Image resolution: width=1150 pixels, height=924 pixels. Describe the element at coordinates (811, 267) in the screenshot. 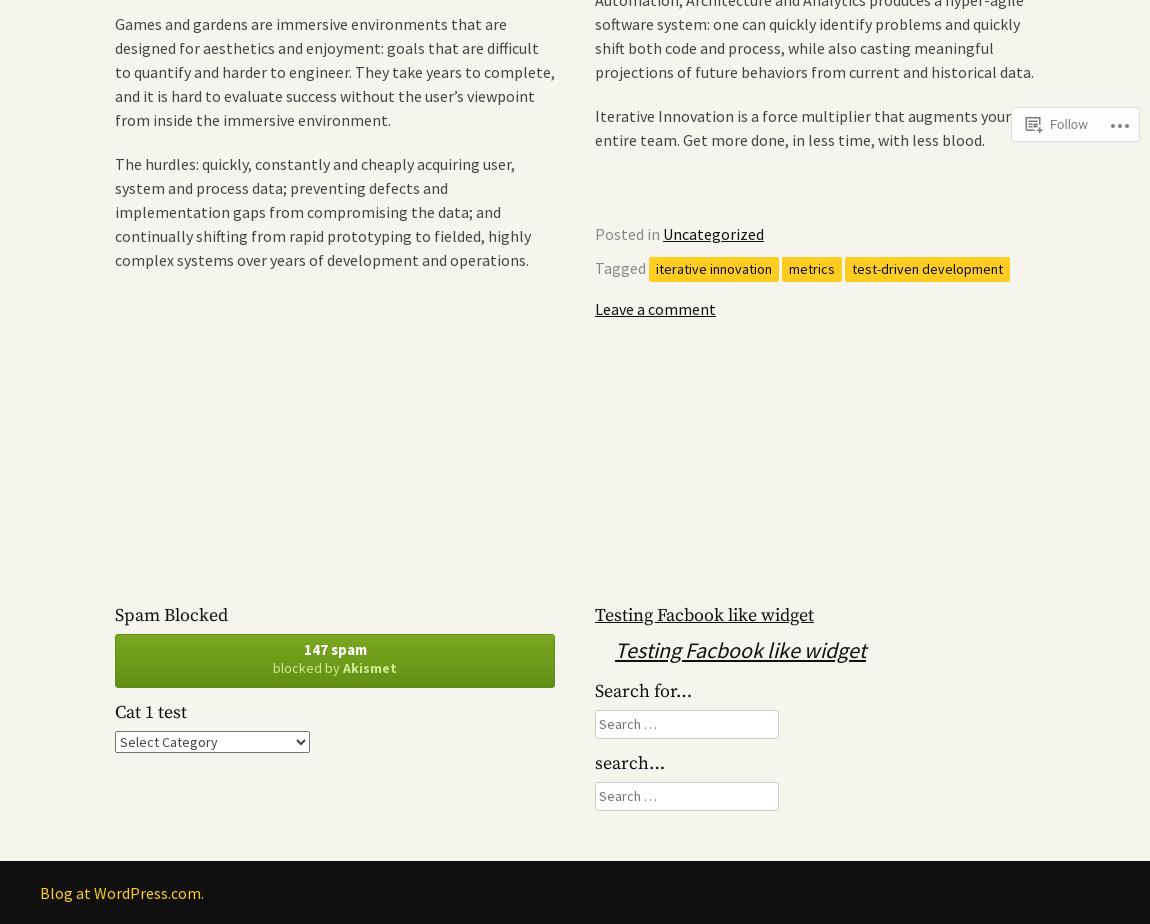

I see `'metrics'` at that location.